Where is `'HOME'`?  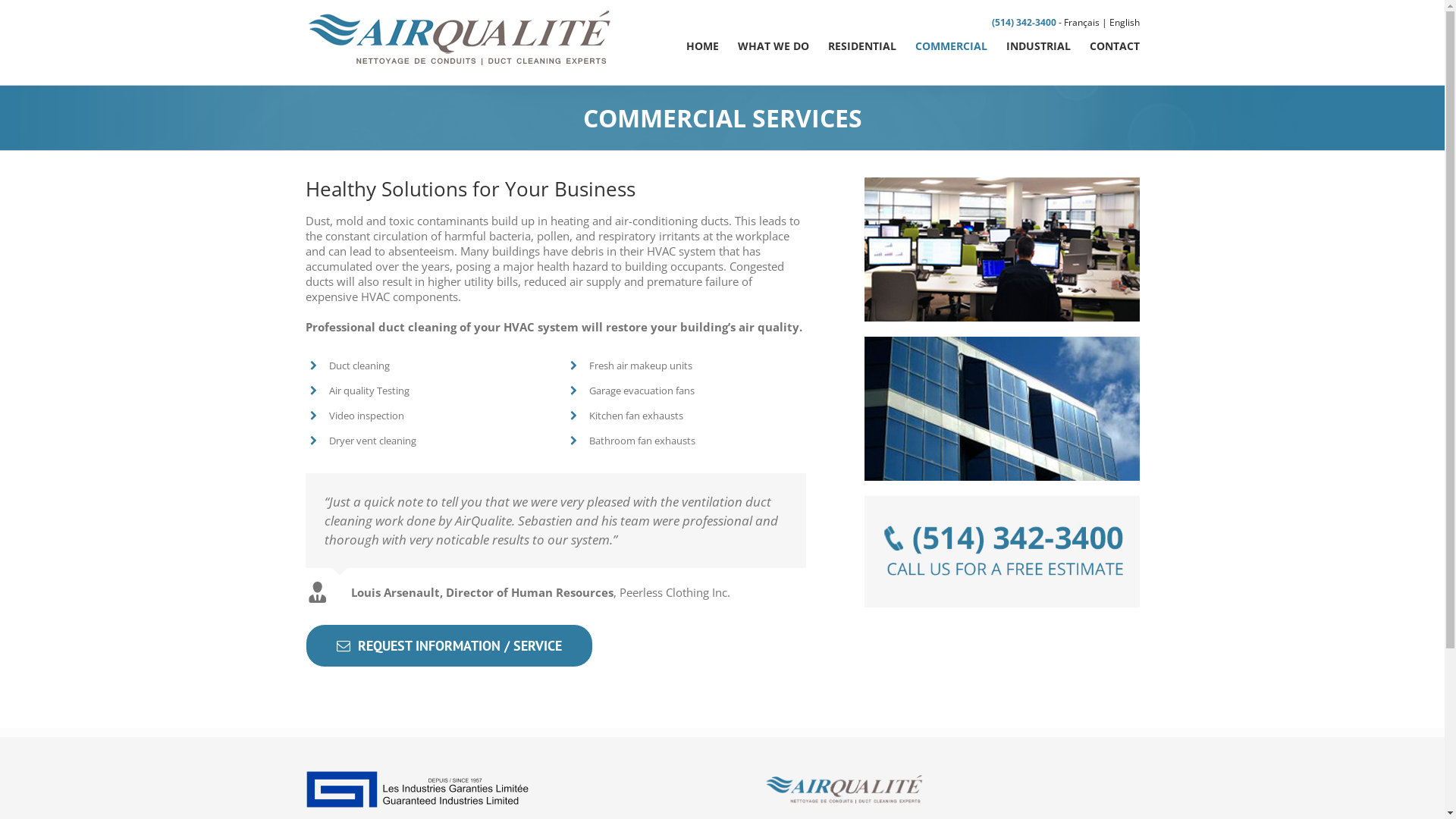
'HOME' is located at coordinates (684, 43).